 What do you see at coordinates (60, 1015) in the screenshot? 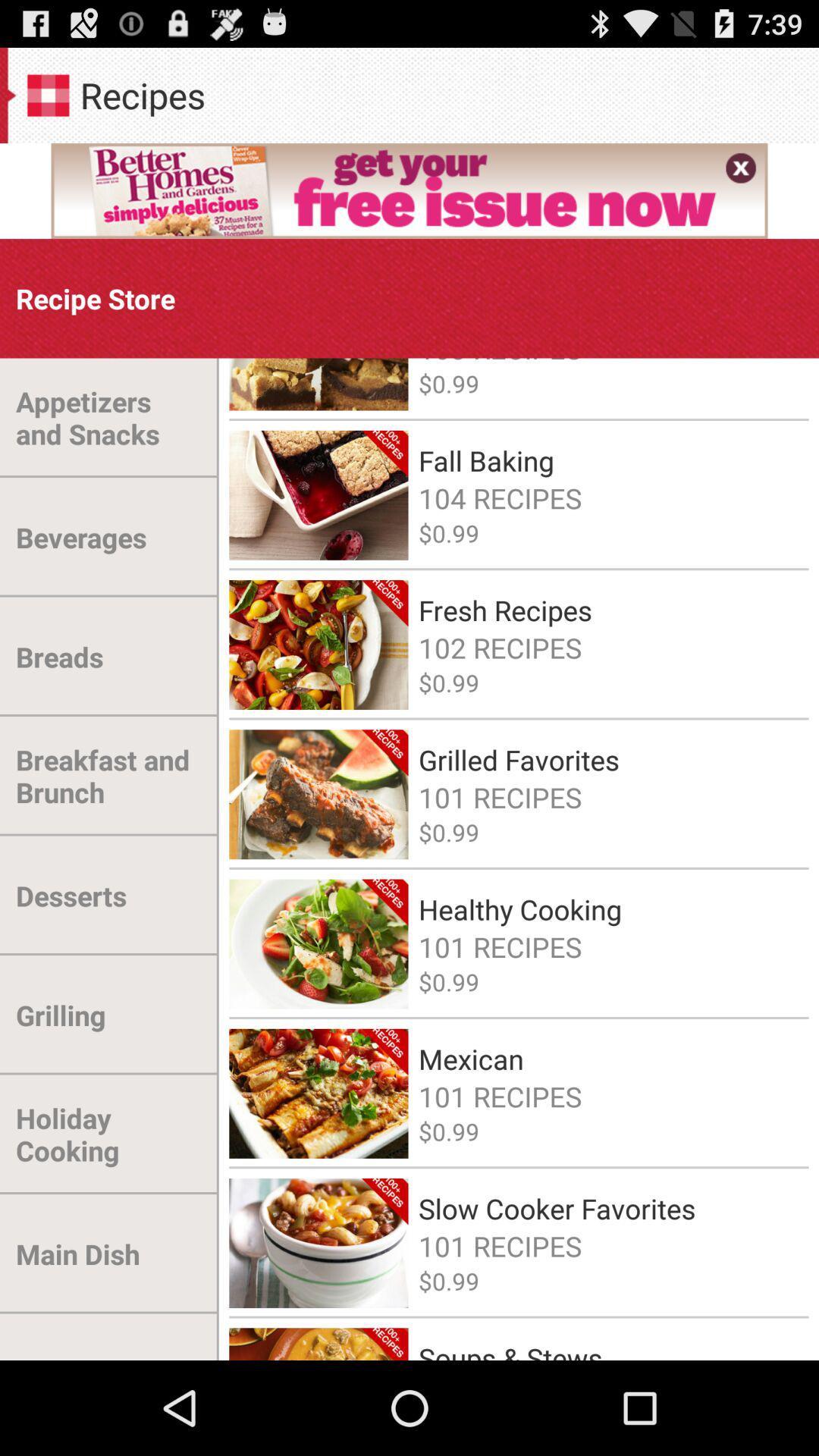
I see `the grilling` at bounding box center [60, 1015].